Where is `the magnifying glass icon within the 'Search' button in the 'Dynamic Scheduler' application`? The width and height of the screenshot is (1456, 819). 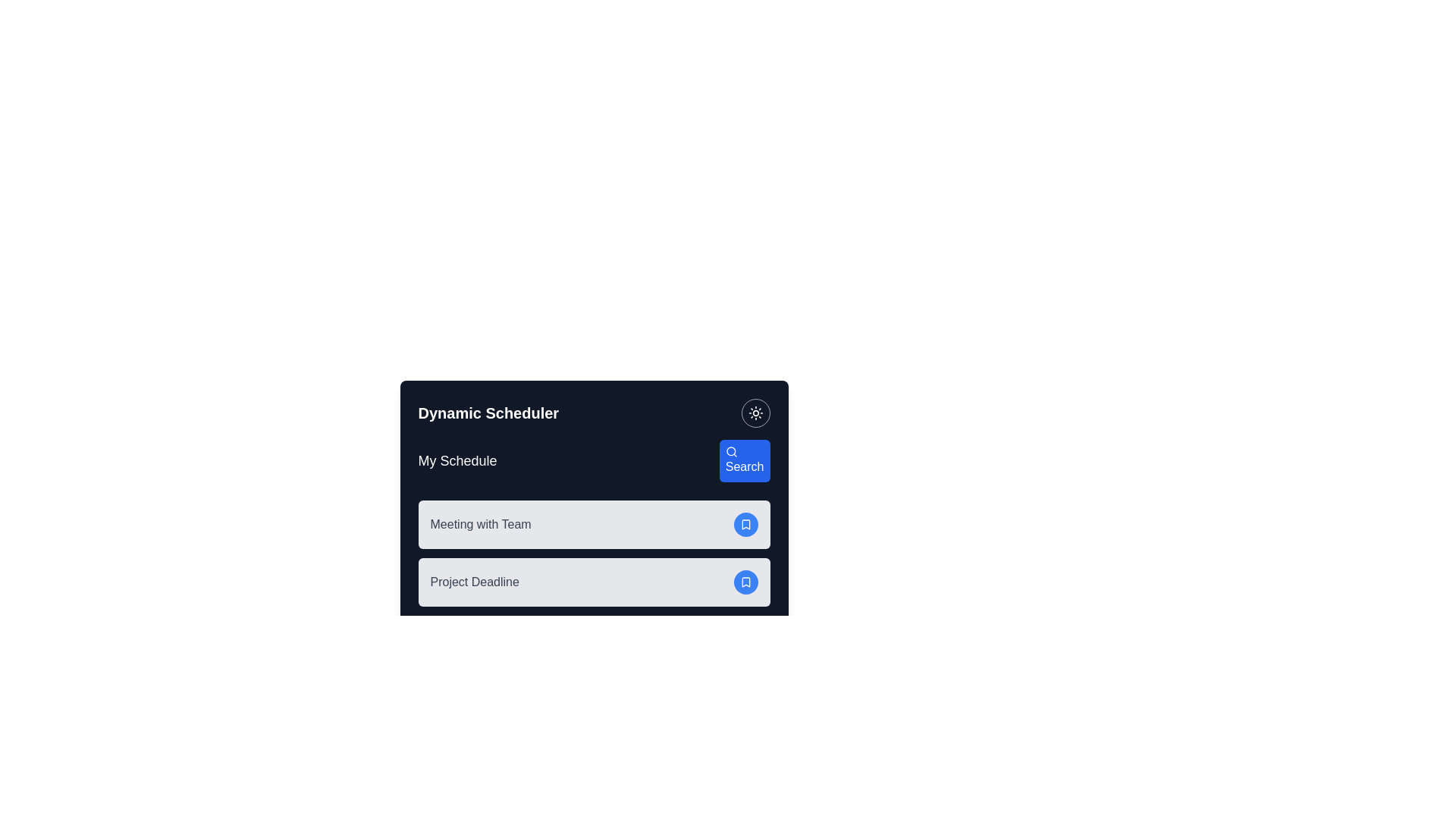
the magnifying glass icon within the 'Search' button in the 'Dynamic Scheduler' application is located at coordinates (731, 451).